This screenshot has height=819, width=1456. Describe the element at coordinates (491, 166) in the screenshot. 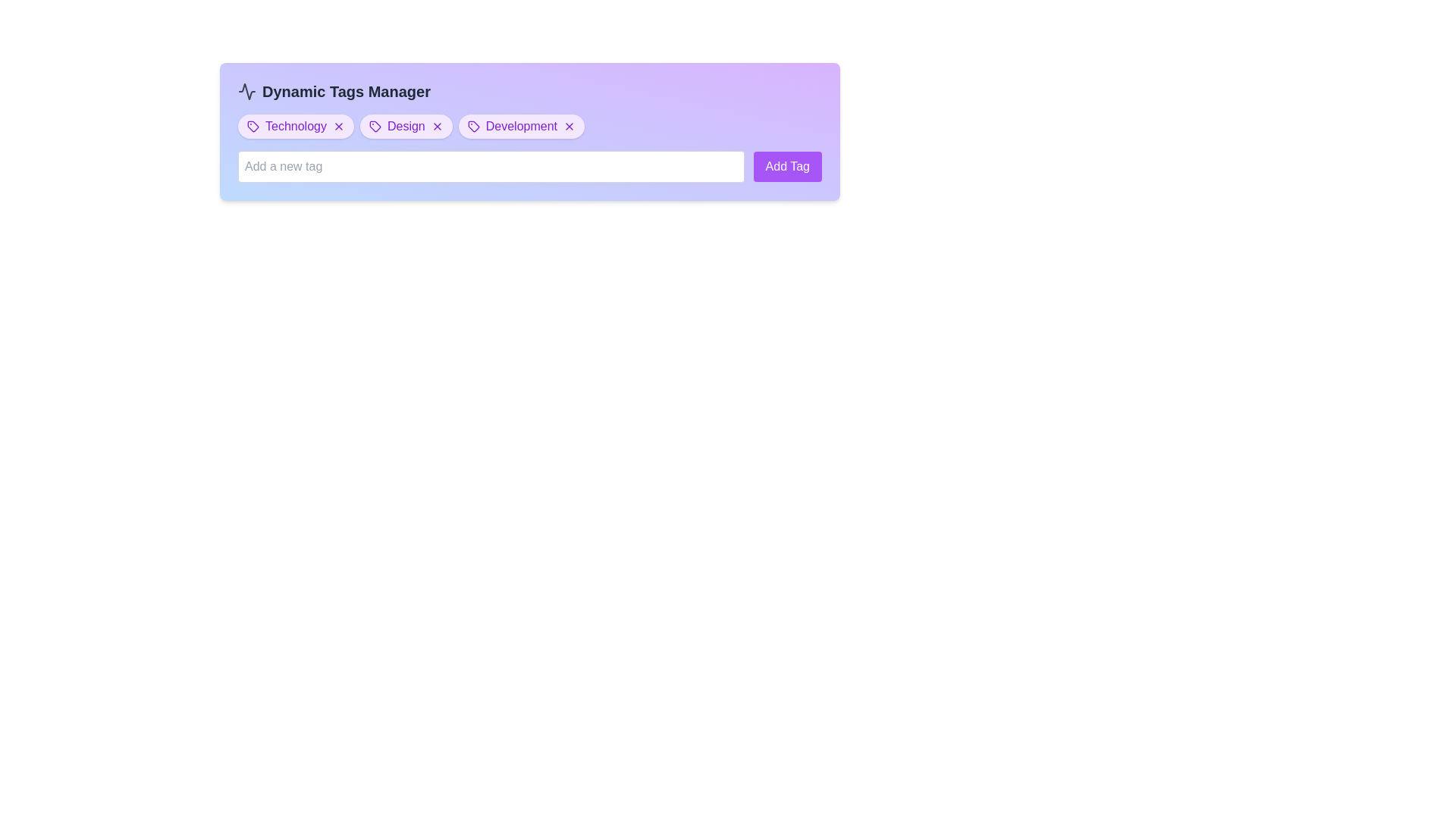

I see `the input field labeled 'Add a new tag'` at that location.